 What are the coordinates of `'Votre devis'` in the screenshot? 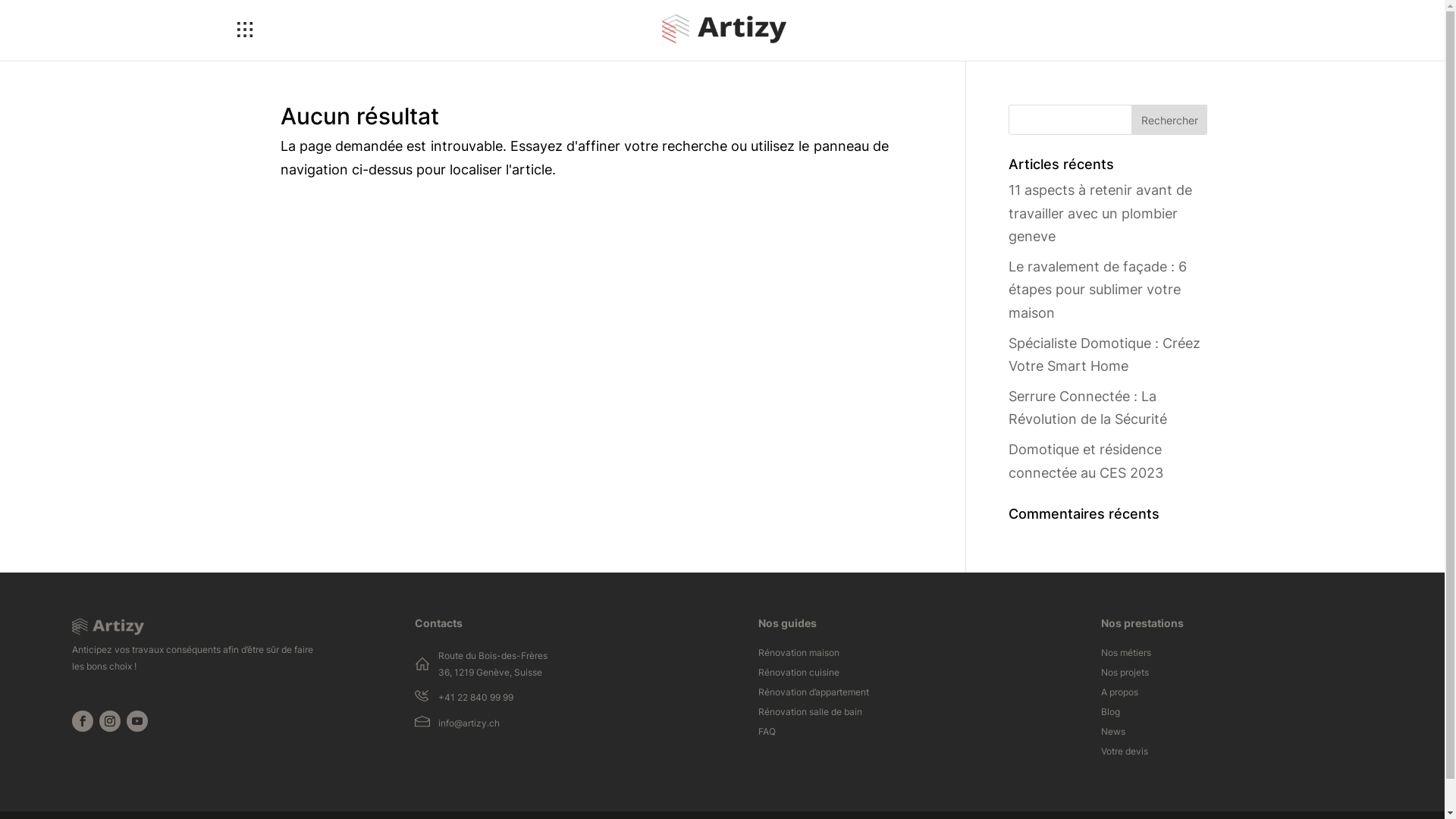 It's located at (1125, 755).